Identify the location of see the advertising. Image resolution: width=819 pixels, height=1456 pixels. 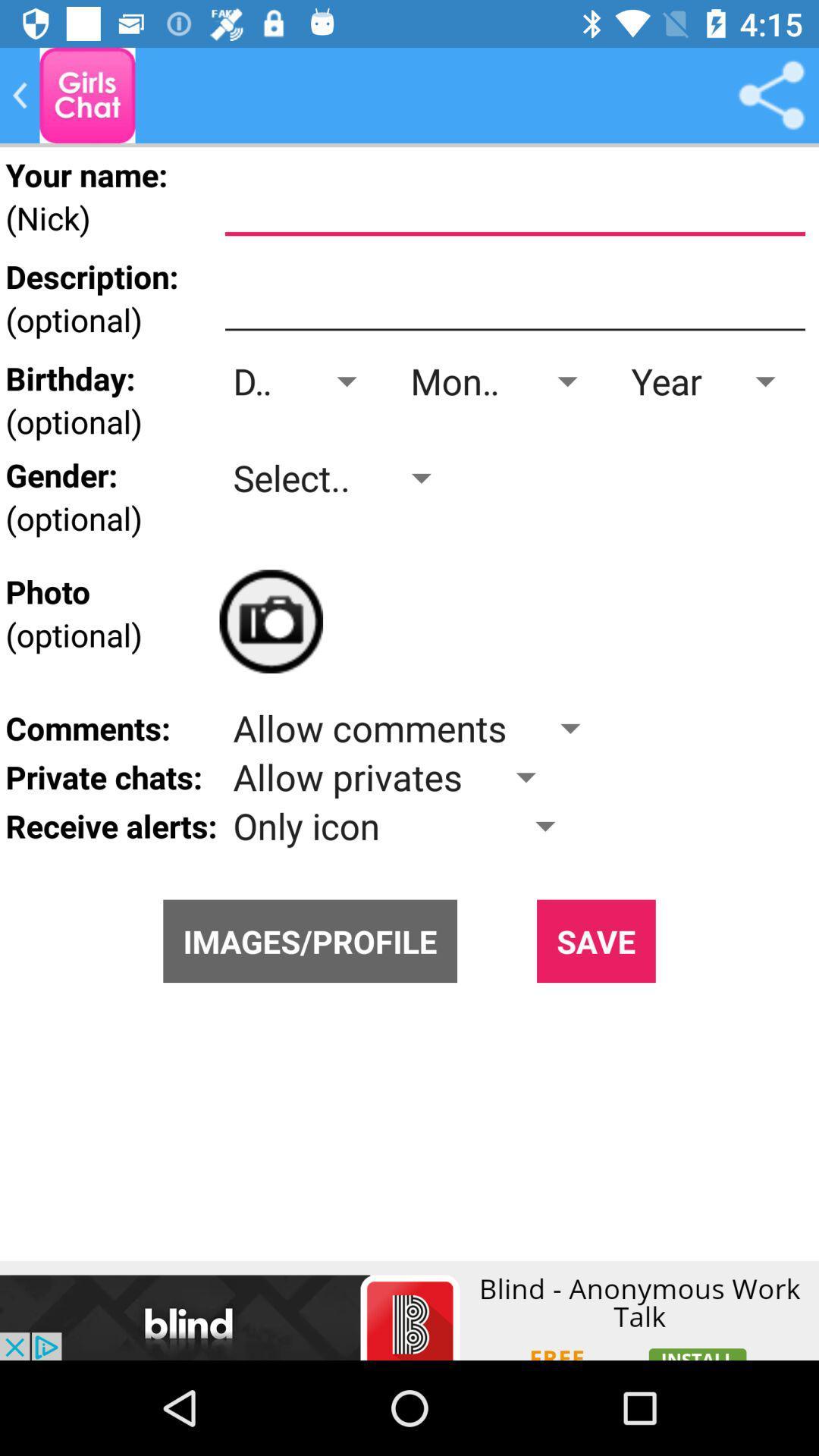
(409, 1310).